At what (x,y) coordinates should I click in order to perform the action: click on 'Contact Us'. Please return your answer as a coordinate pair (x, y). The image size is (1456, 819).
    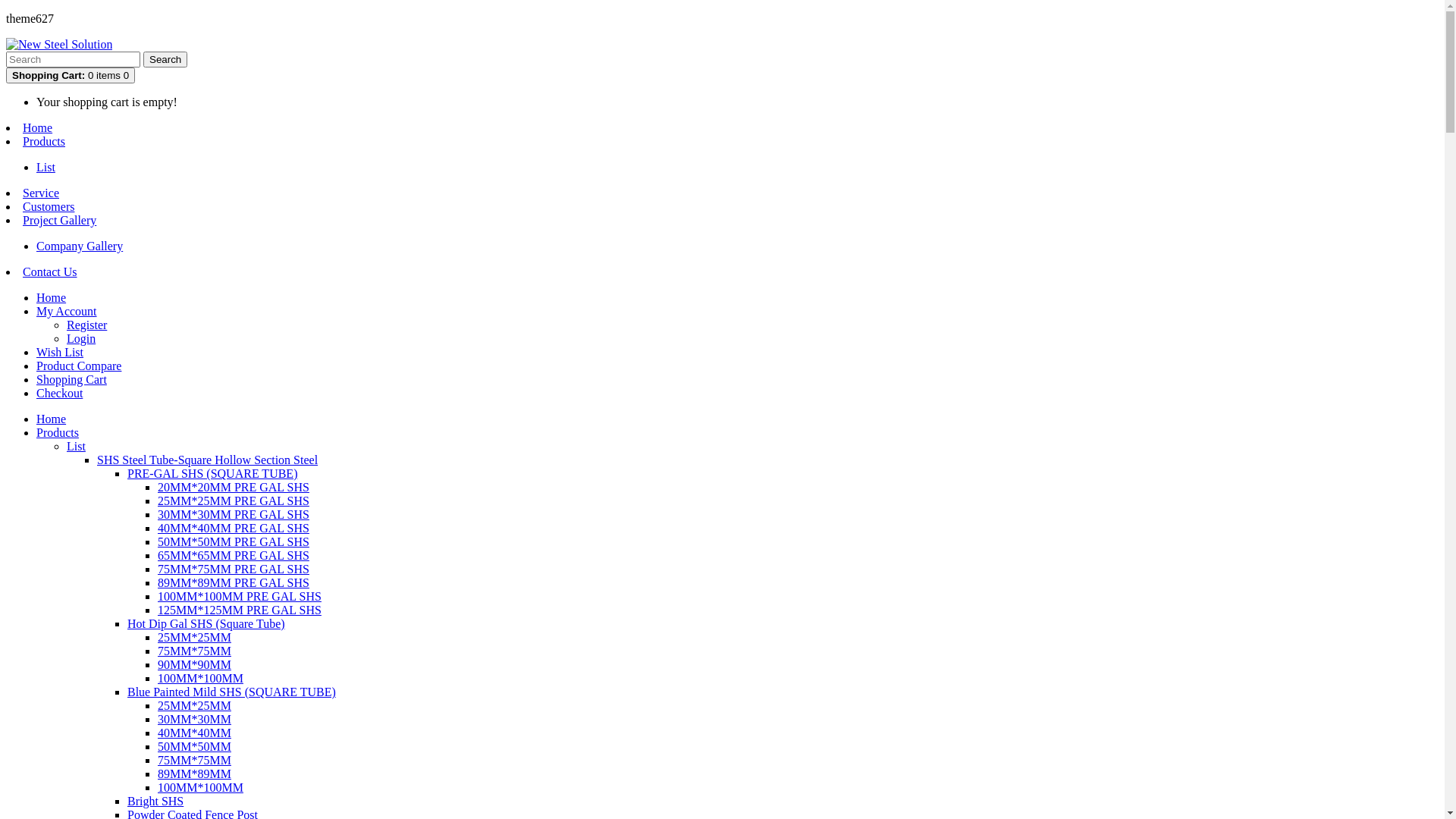
    Looking at the image, I should click on (50, 271).